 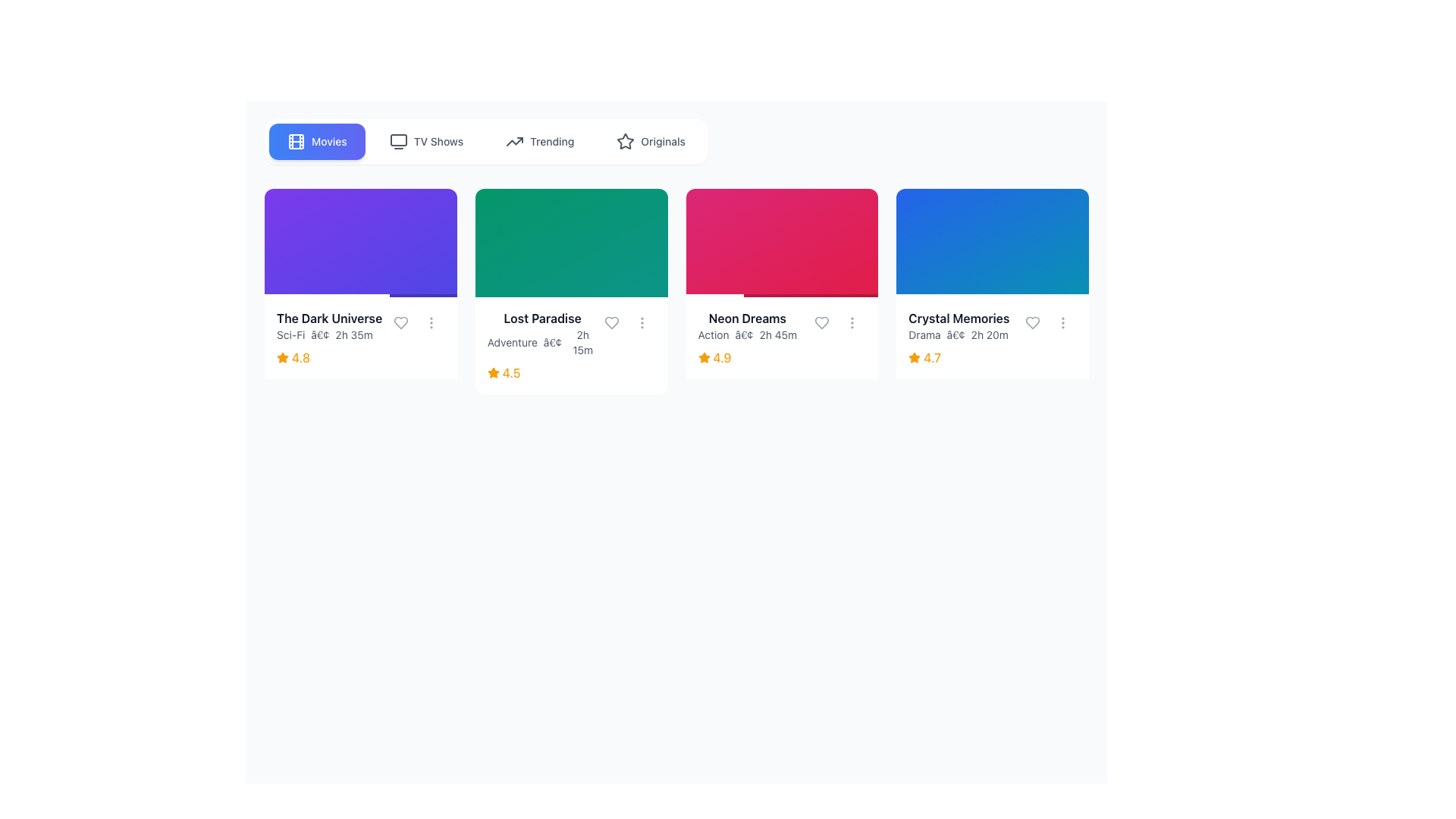 I want to click on the text label 'Drama' located in the fourth card from the left in the Movies section, positioned under the title 'Crystal Memories', so click(x=924, y=334).